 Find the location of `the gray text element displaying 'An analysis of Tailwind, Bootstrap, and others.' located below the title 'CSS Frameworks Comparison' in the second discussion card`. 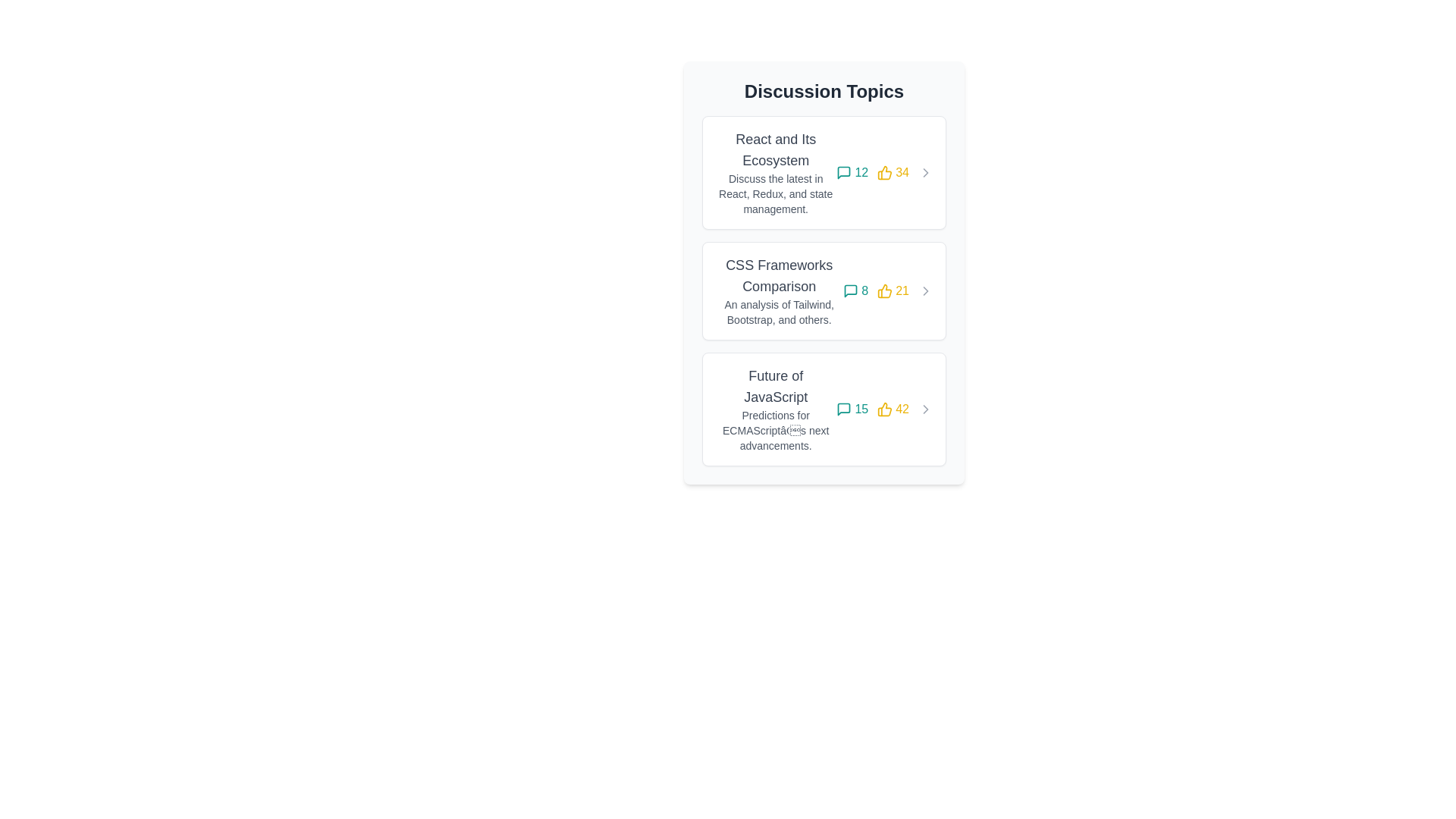

the gray text element displaying 'An analysis of Tailwind, Bootstrap, and others.' located below the title 'CSS Frameworks Comparison' in the second discussion card is located at coordinates (779, 312).